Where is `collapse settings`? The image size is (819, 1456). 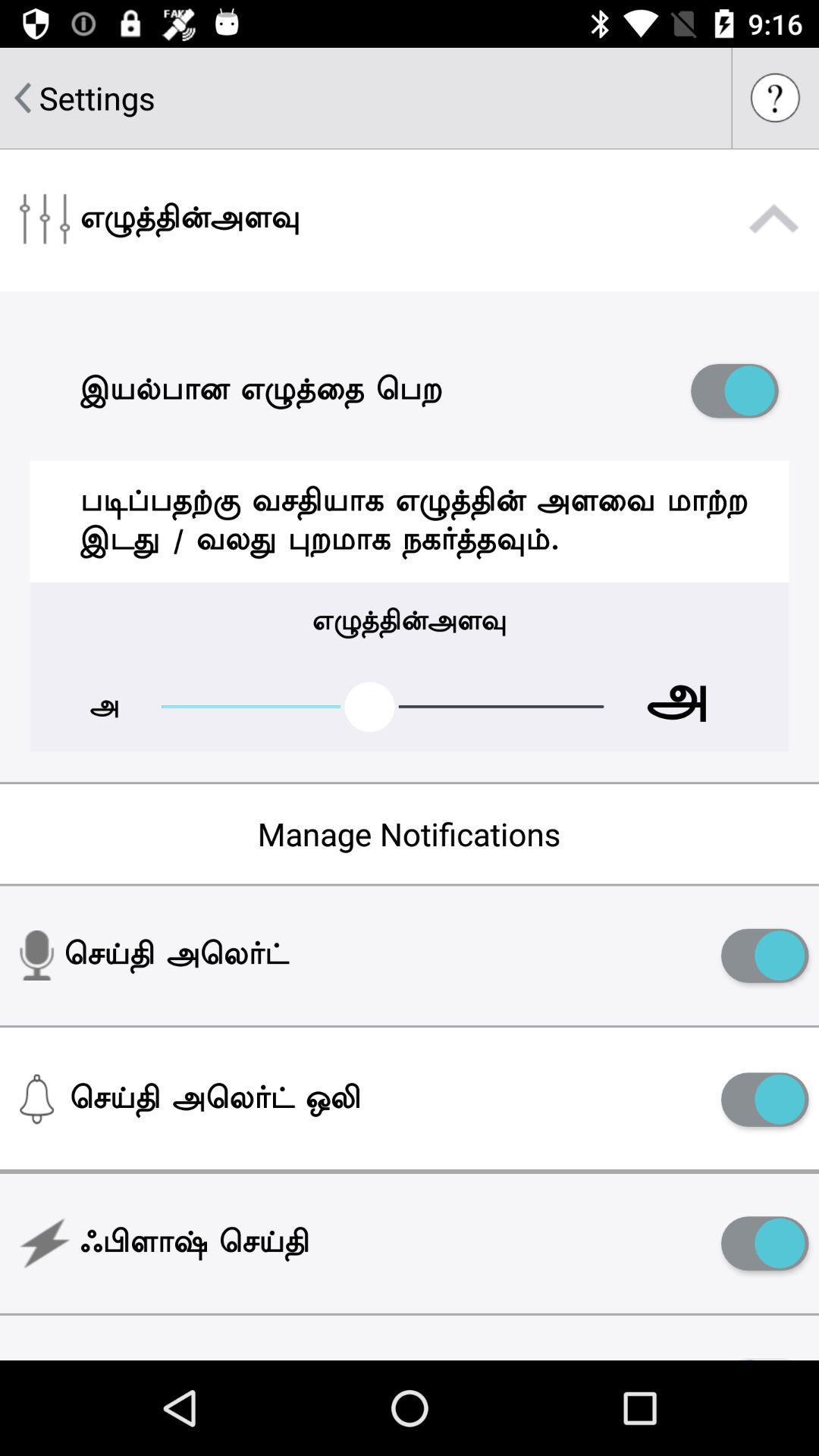 collapse settings is located at coordinates (773, 218).